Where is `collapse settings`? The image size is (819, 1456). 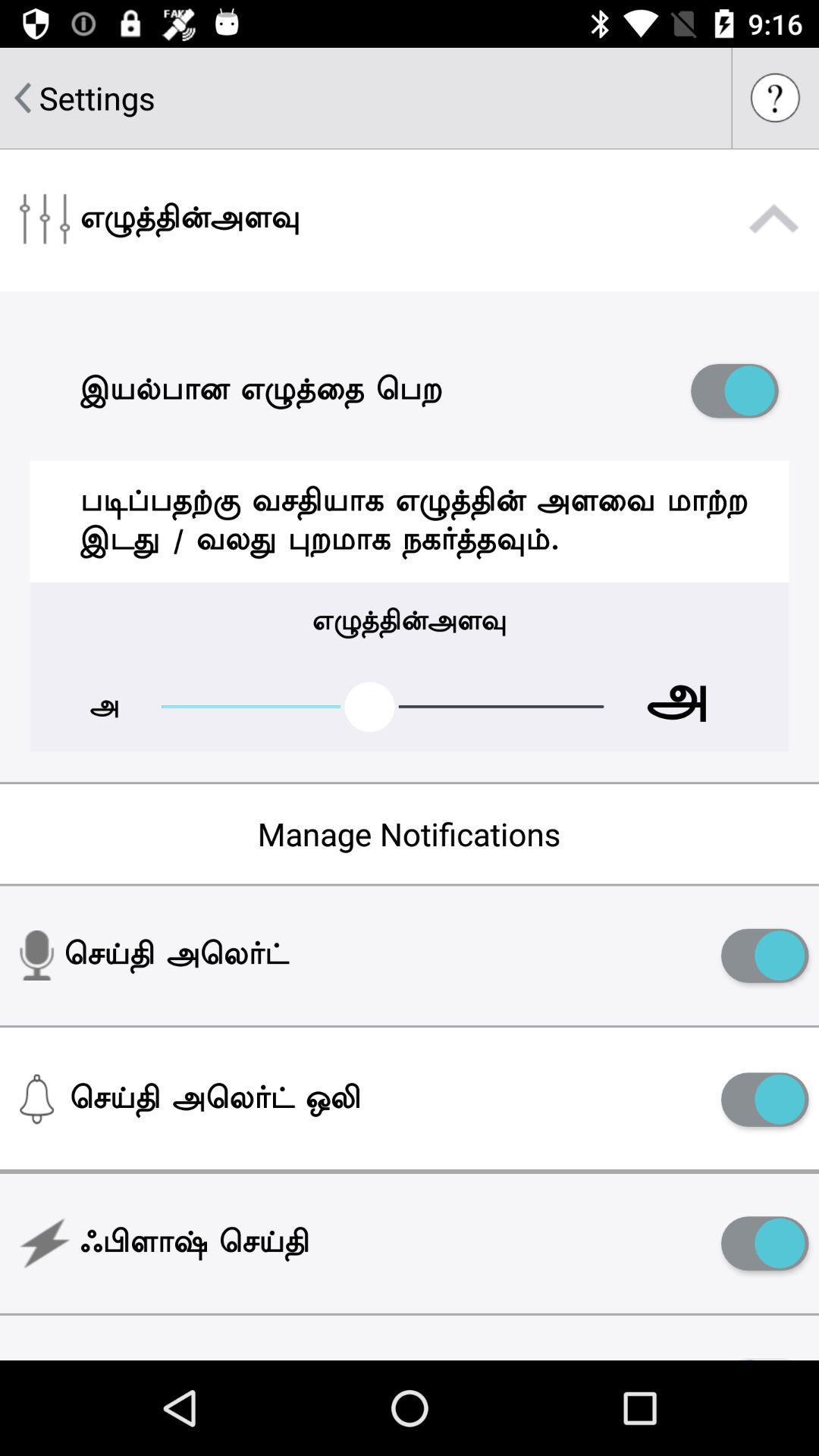 collapse settings is located at coordinates (773, 218).